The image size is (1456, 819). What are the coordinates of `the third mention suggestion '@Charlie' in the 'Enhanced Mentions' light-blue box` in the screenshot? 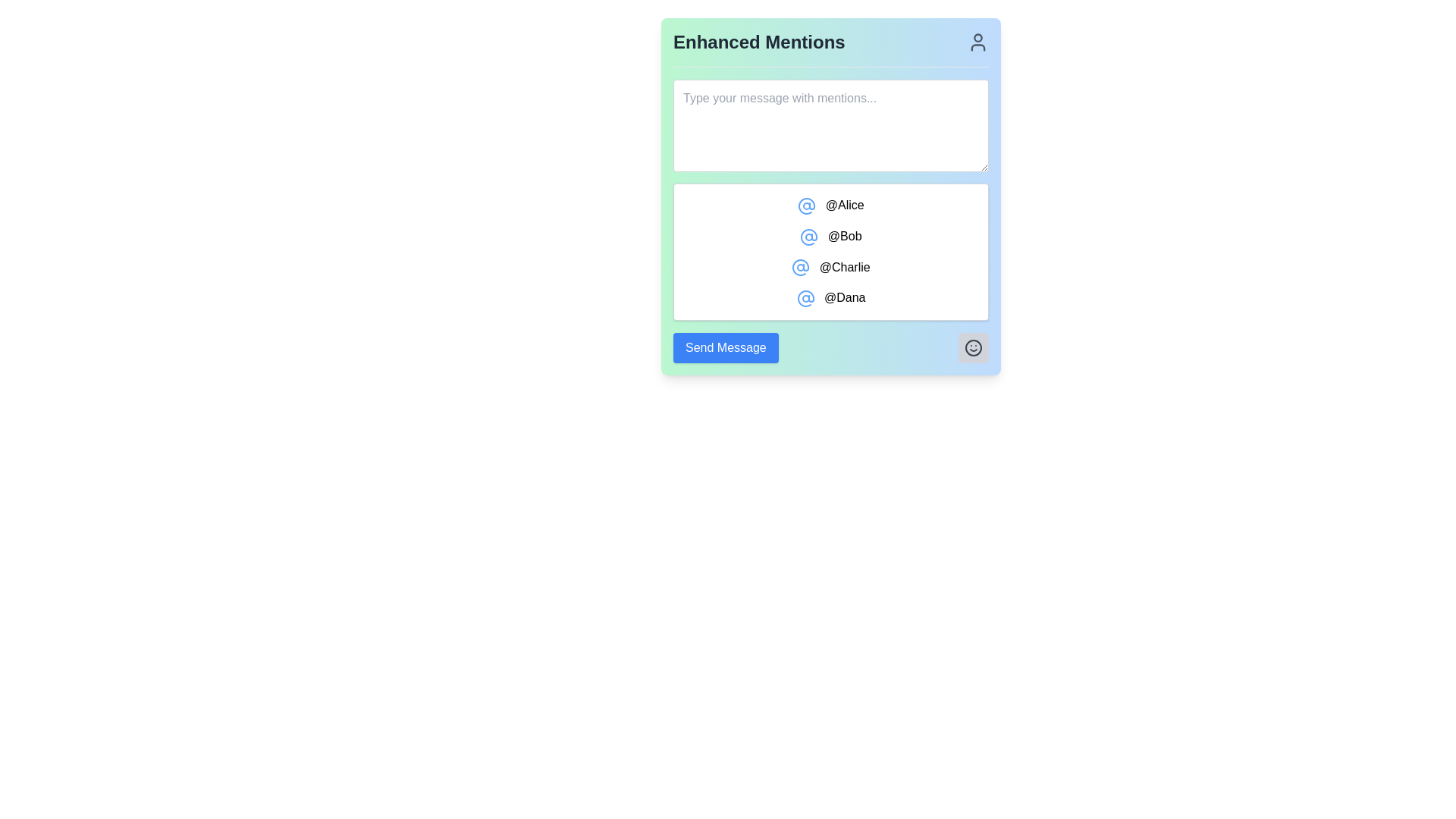 It's located at (830, 265).